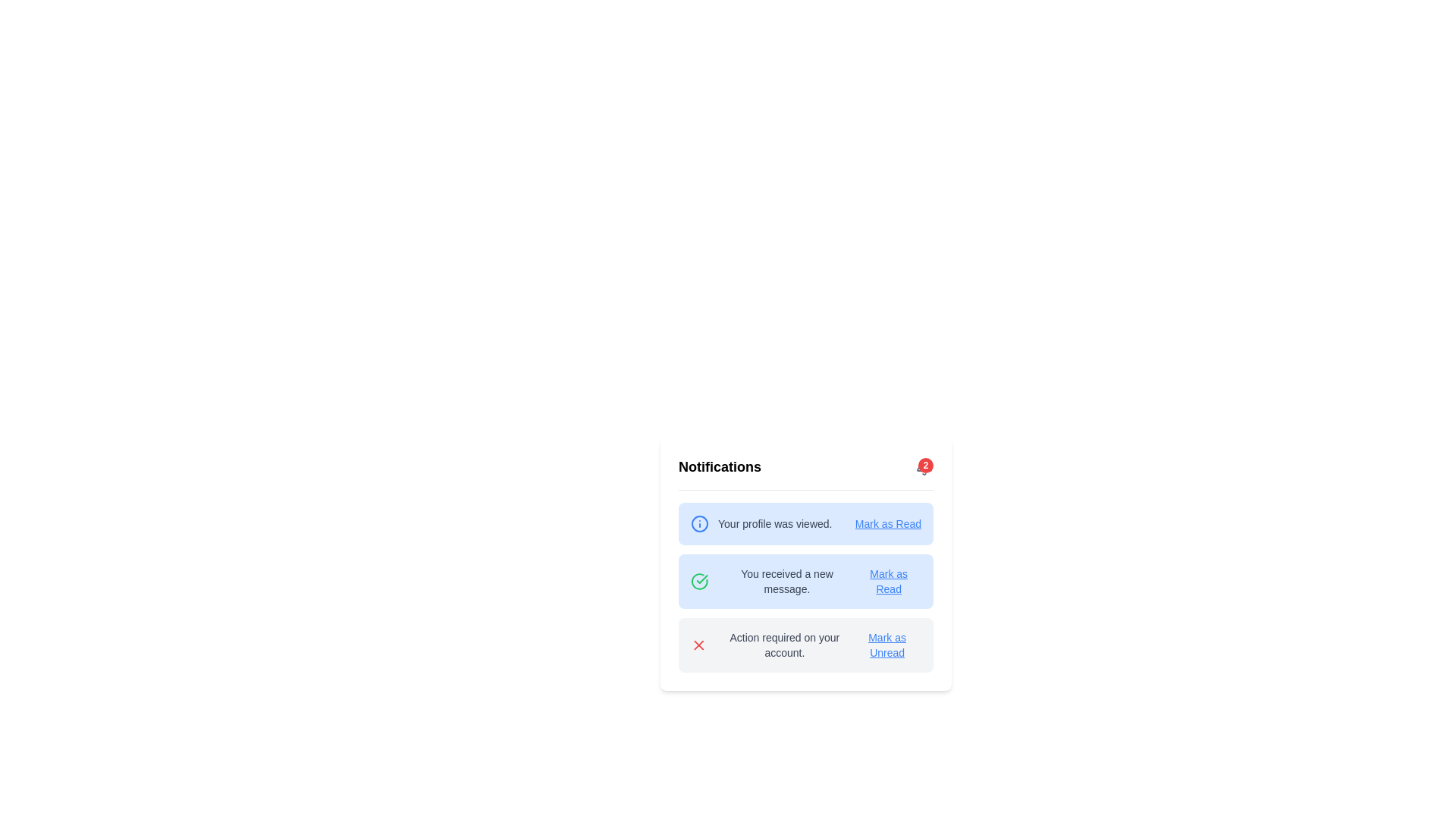 This screenshot has width=1456, height=819. Describe the element at coordinates (698, 522) in the screenshot. I see `the circular info icon with a blue outline and white interior, which is positioned at the start of the notification item stating 'Your profile was viewed.'` at that location.